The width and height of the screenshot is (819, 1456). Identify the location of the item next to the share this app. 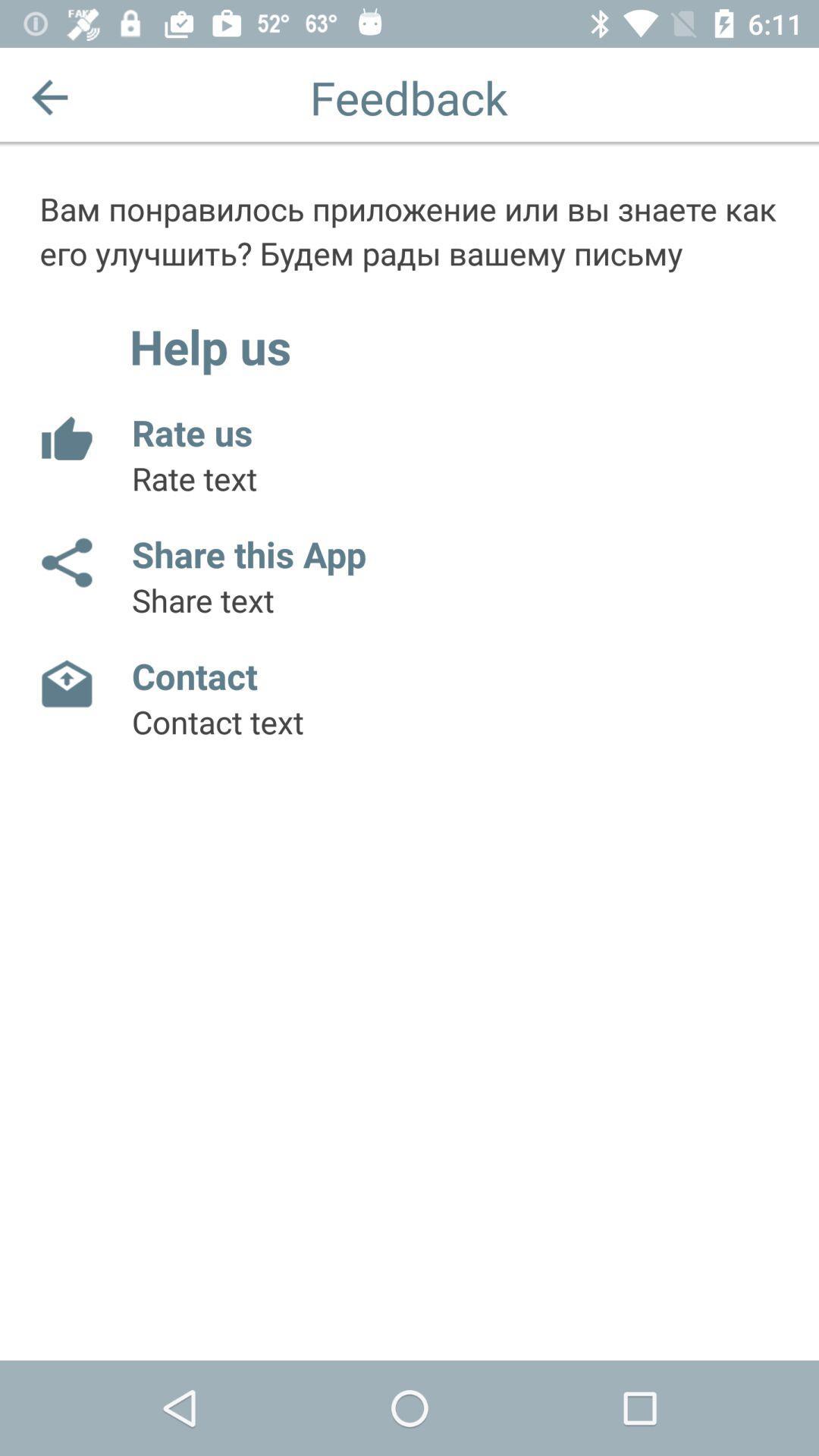
(65, 562).